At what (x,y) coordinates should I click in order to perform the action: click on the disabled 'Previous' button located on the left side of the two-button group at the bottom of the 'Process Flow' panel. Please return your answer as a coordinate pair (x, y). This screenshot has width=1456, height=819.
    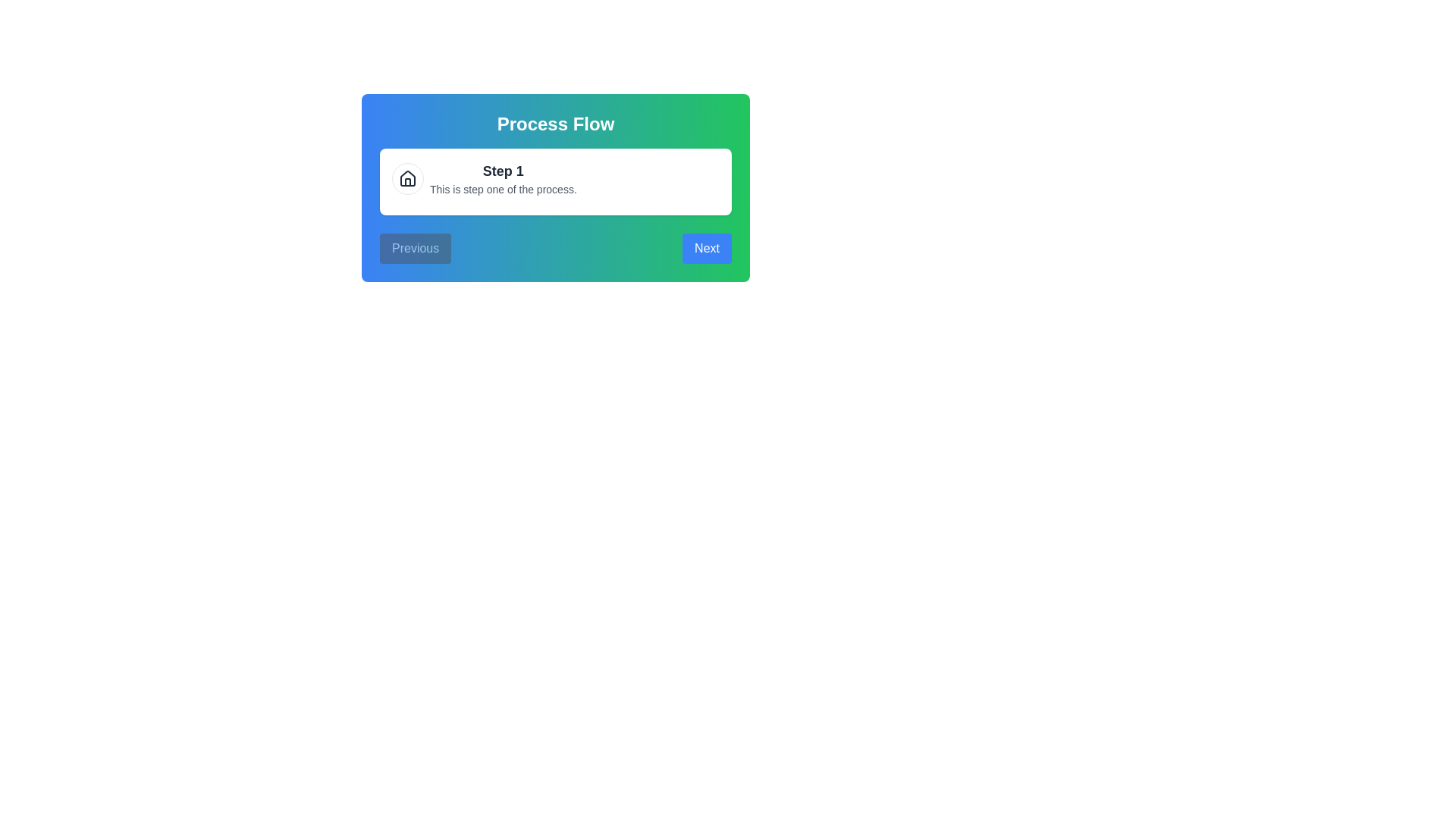
    Looking at the image, I should click on (416, 247).